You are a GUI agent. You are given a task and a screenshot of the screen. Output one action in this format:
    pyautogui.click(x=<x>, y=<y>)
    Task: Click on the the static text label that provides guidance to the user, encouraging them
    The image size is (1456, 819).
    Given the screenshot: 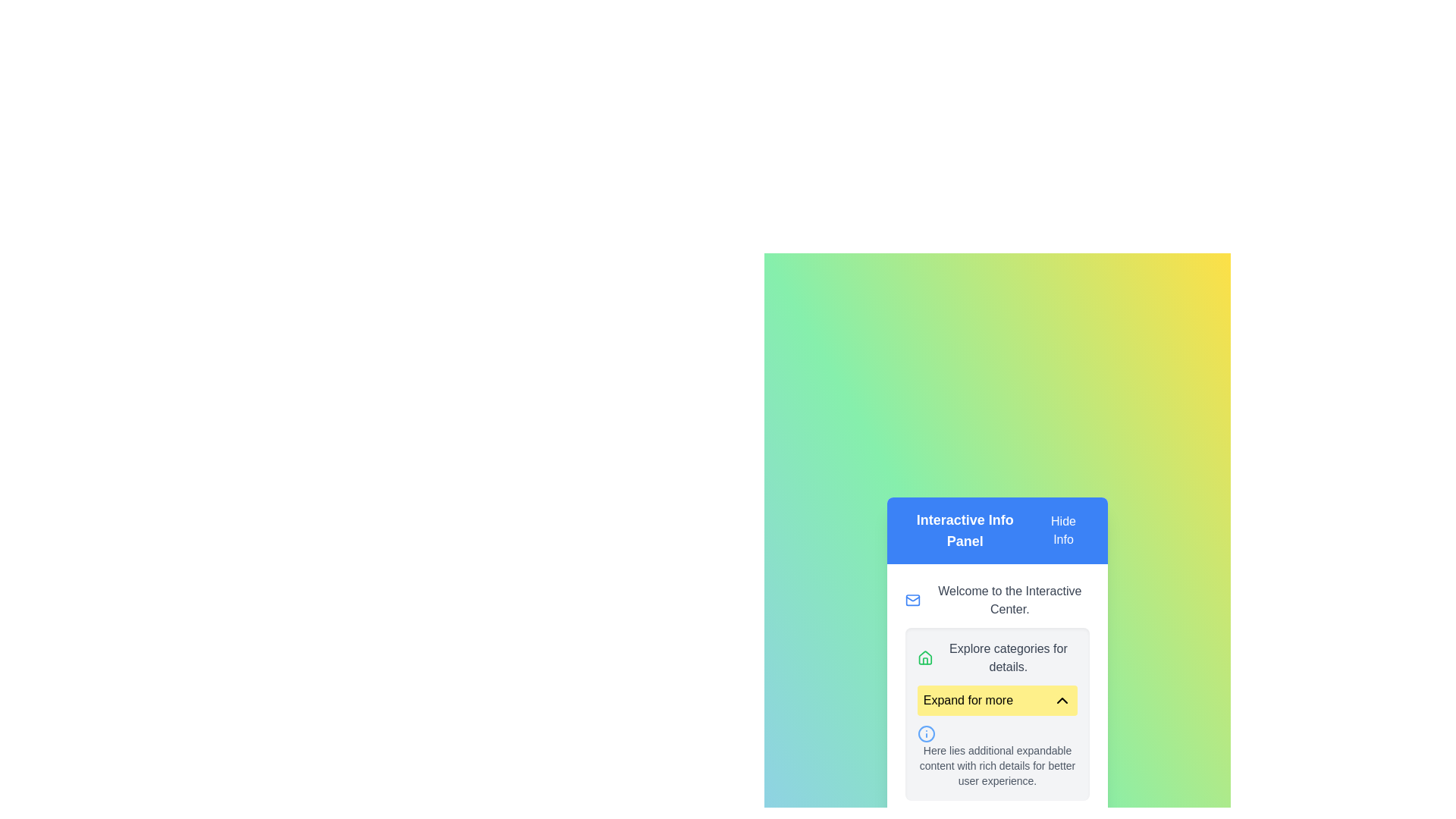 What is the action you would take?
    pyautogui.click(x=1008, y=657)
    